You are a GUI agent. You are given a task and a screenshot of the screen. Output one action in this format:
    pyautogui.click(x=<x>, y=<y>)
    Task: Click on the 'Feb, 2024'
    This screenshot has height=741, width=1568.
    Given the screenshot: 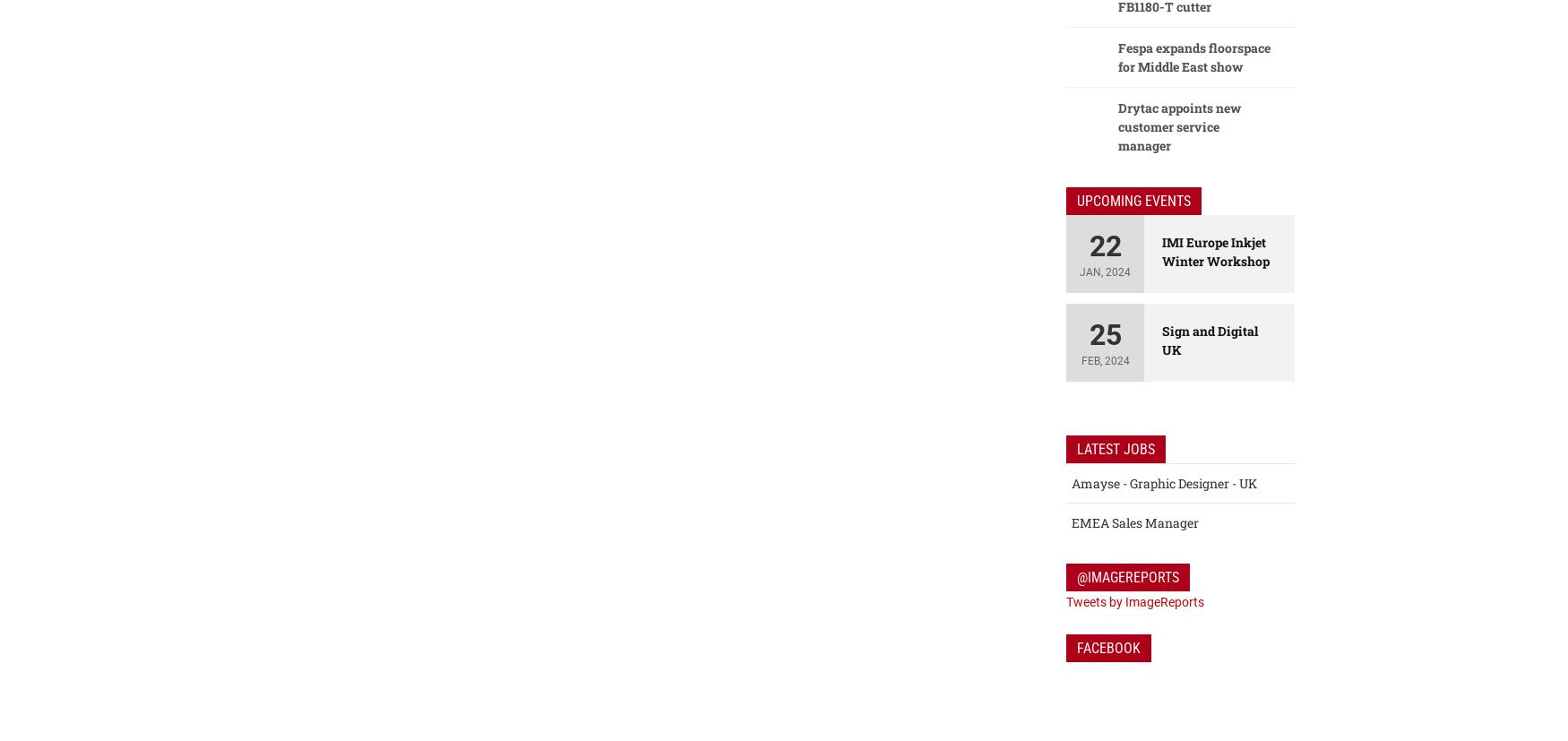 What is the action you would take?
    pyautogui.click(x=1105, y=360)
    